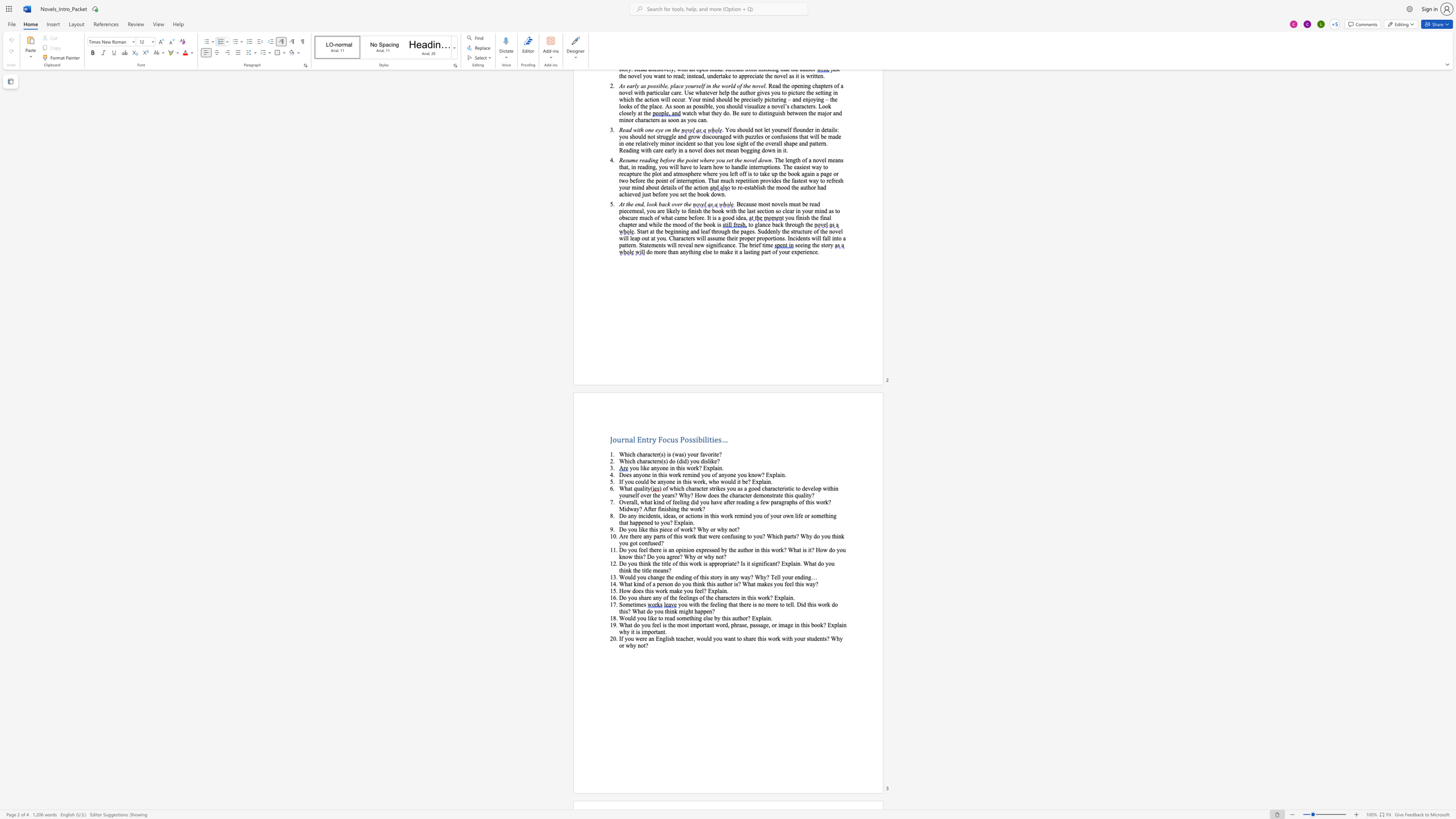 This screenshot has height=819, width=1456. I want to click on the 10th character "h" in the text, so click(696, 611).